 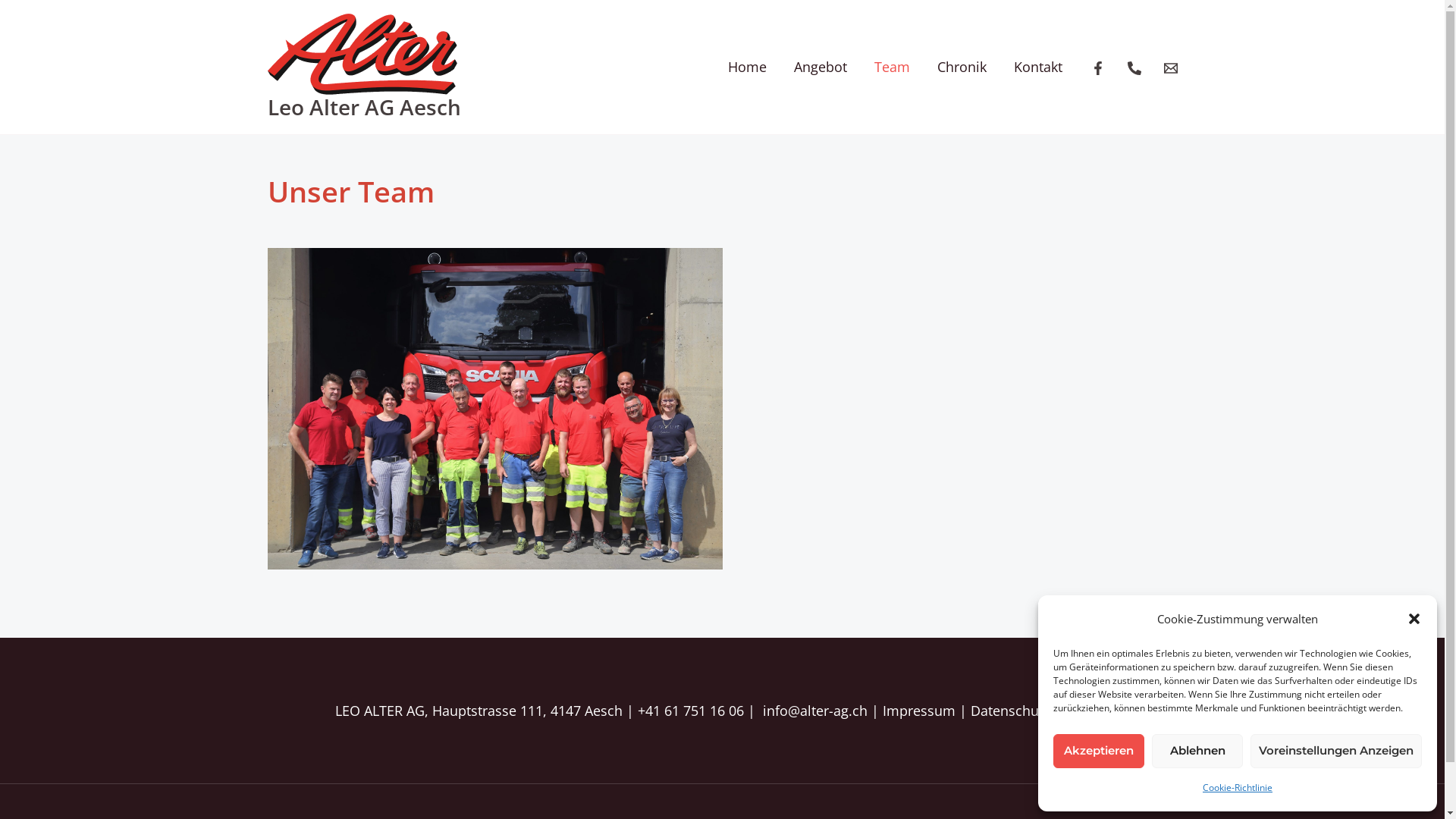 What do you see at coordinates (779, 66) in the screenshot?
I see `'Angebot'` at bounding box center [779, 66].